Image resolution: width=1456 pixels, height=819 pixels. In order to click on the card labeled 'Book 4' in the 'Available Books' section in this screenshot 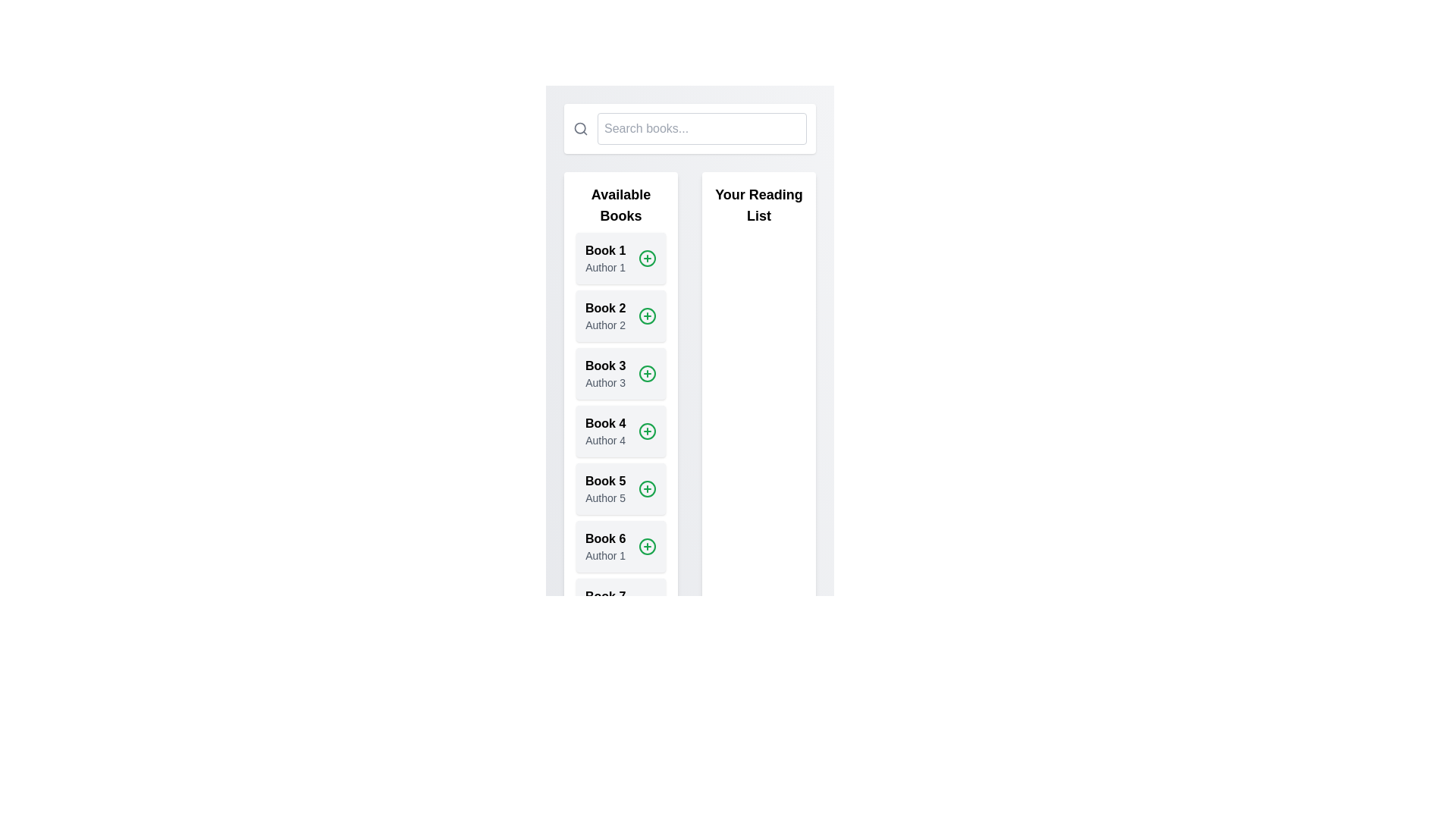, I will do `click(621, 431)`.